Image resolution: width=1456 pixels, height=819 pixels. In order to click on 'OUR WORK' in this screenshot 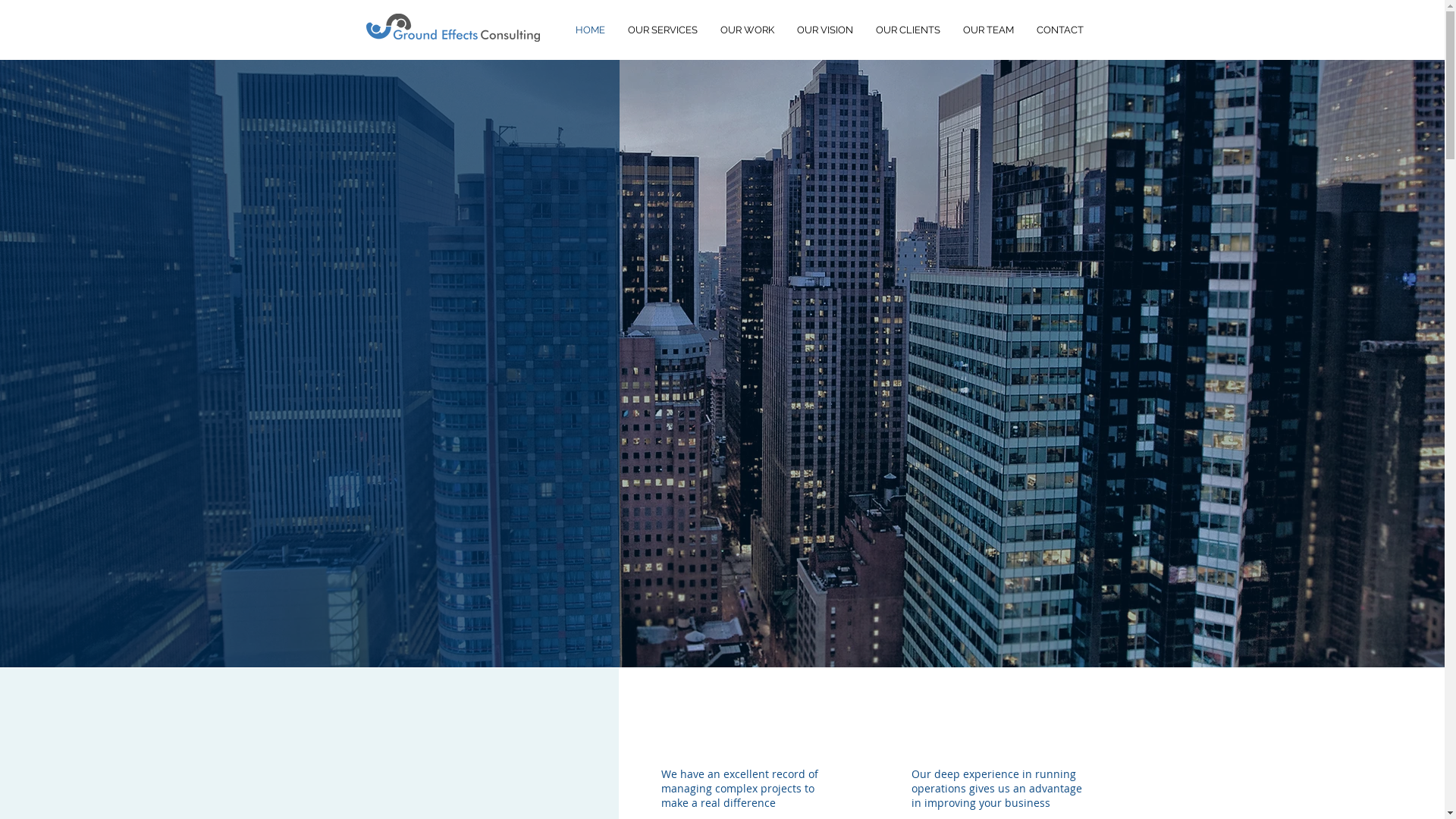, I will do `click(708, 30)`.